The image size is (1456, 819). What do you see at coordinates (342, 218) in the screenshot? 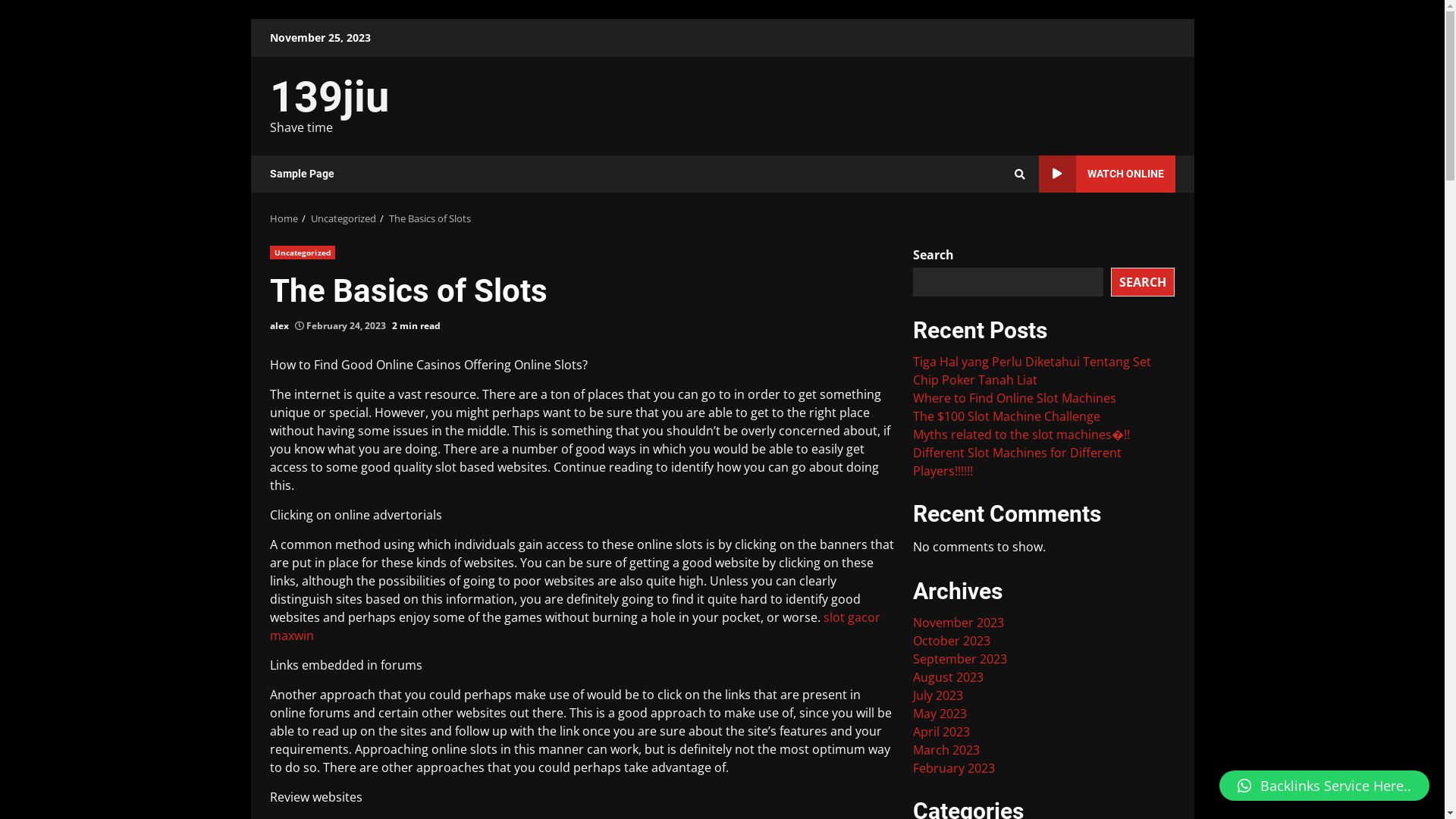
I see `'Uncategorized'` at bounding box center [342, 218].